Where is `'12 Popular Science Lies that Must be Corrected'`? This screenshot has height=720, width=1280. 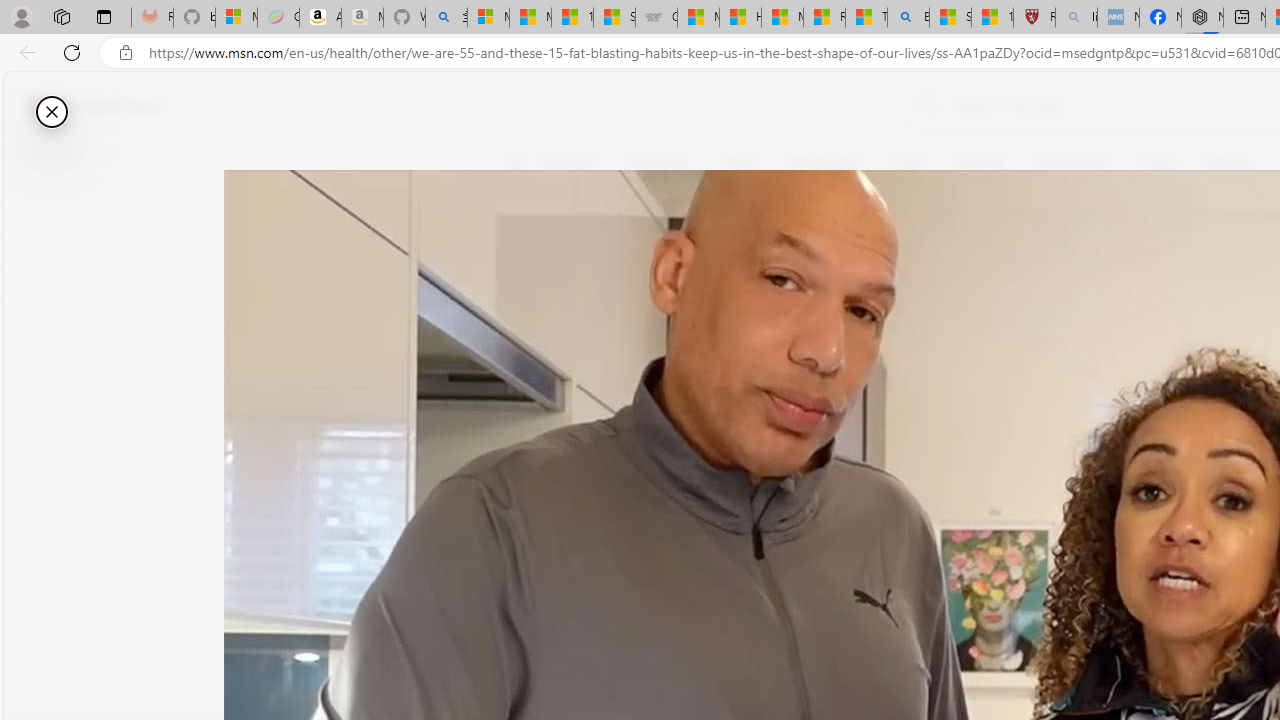
'12 Popular Science Lies that Must be Corrected' is located at coordinates (992, 17).